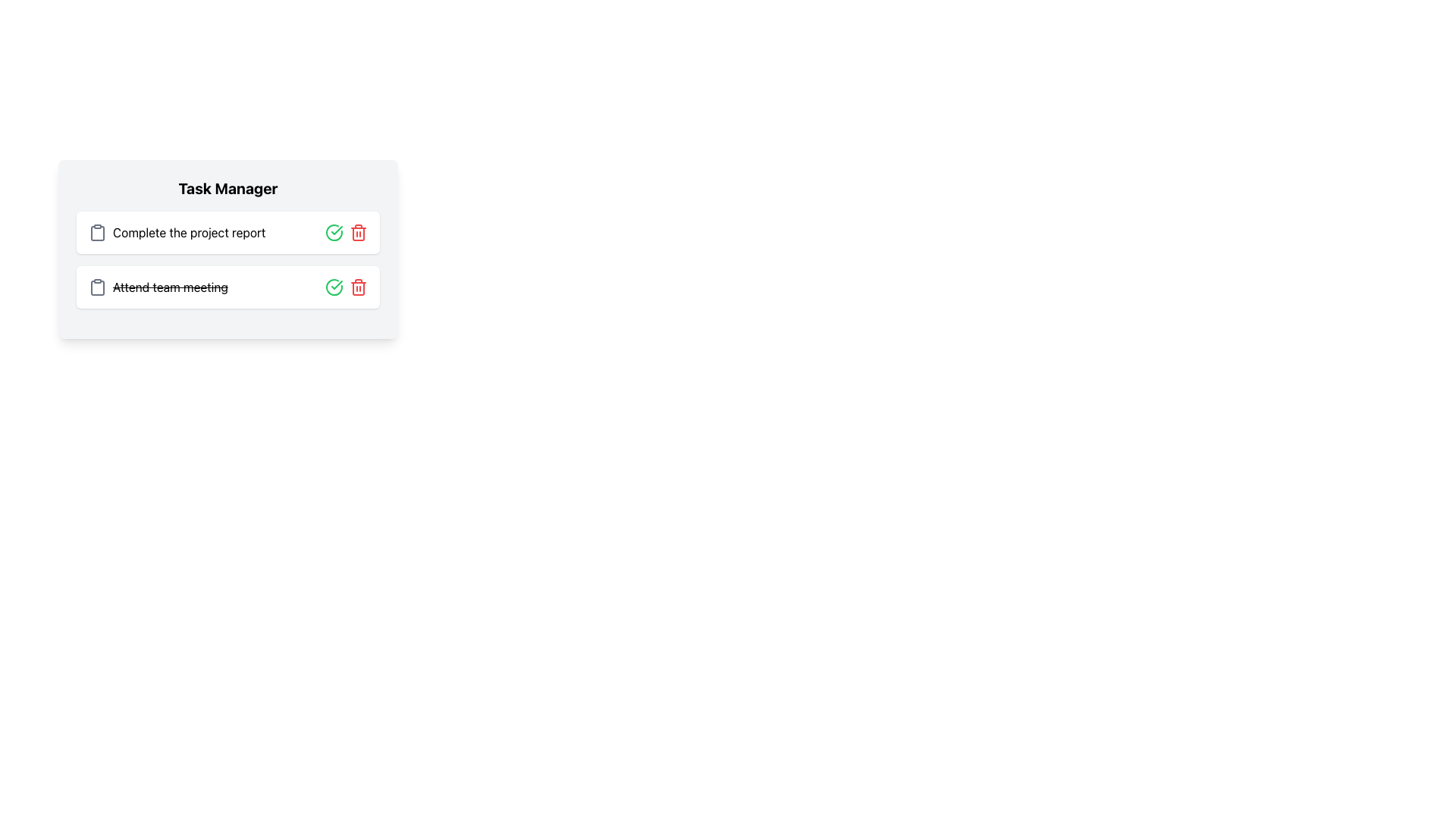  What do you see at coordinates (177, 233) in the screenshot?
I see `the Text Label that displays the title of the first task entry in the Task Manager interface, positioned above the 'Attend team meeting' task` at bounding box center [177, 233].